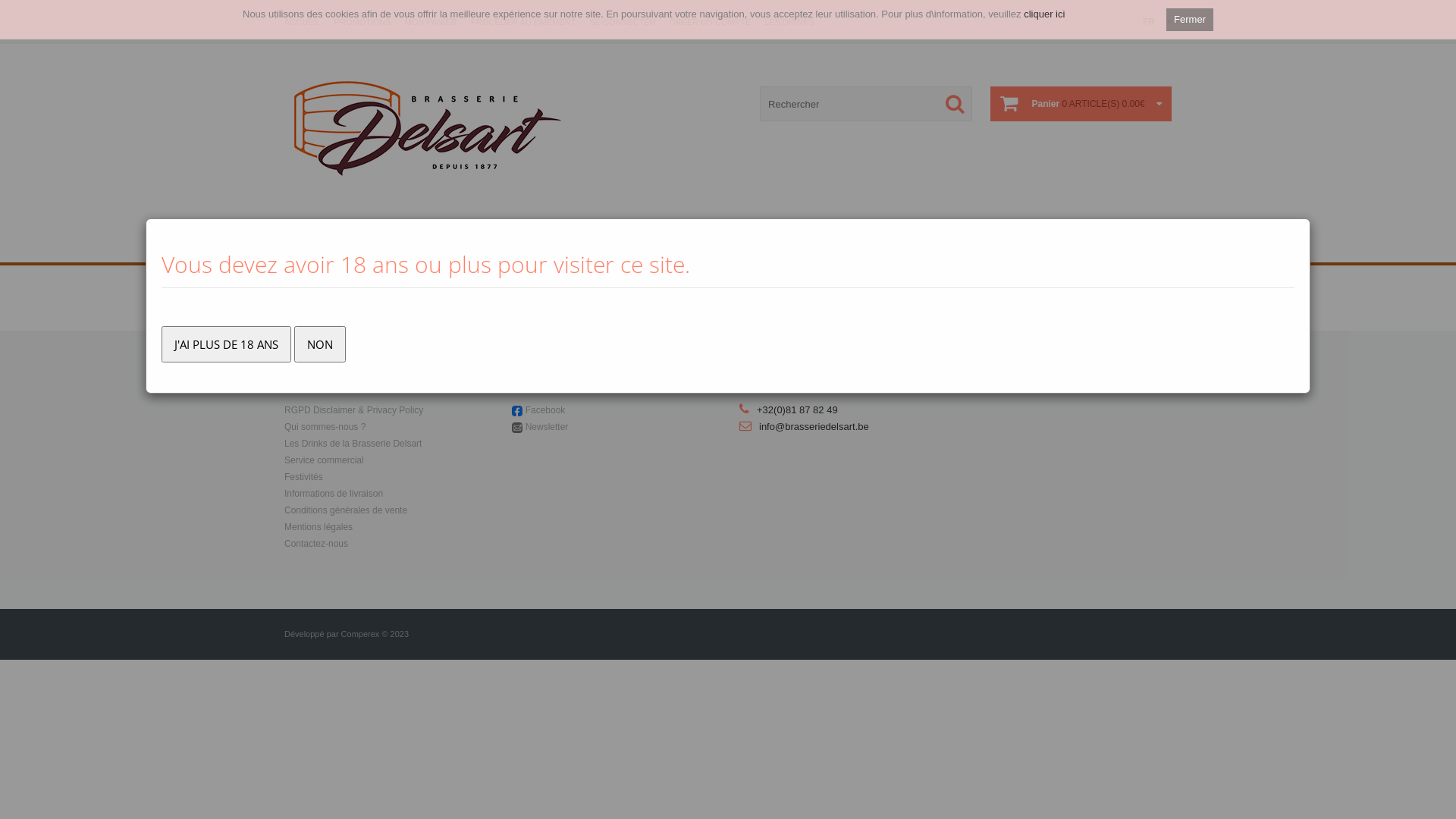 Image resolution: width=1456 pixels, height=819 pixels. I want to click on 'info@brasseriedelsart.be', so click(813, 426).